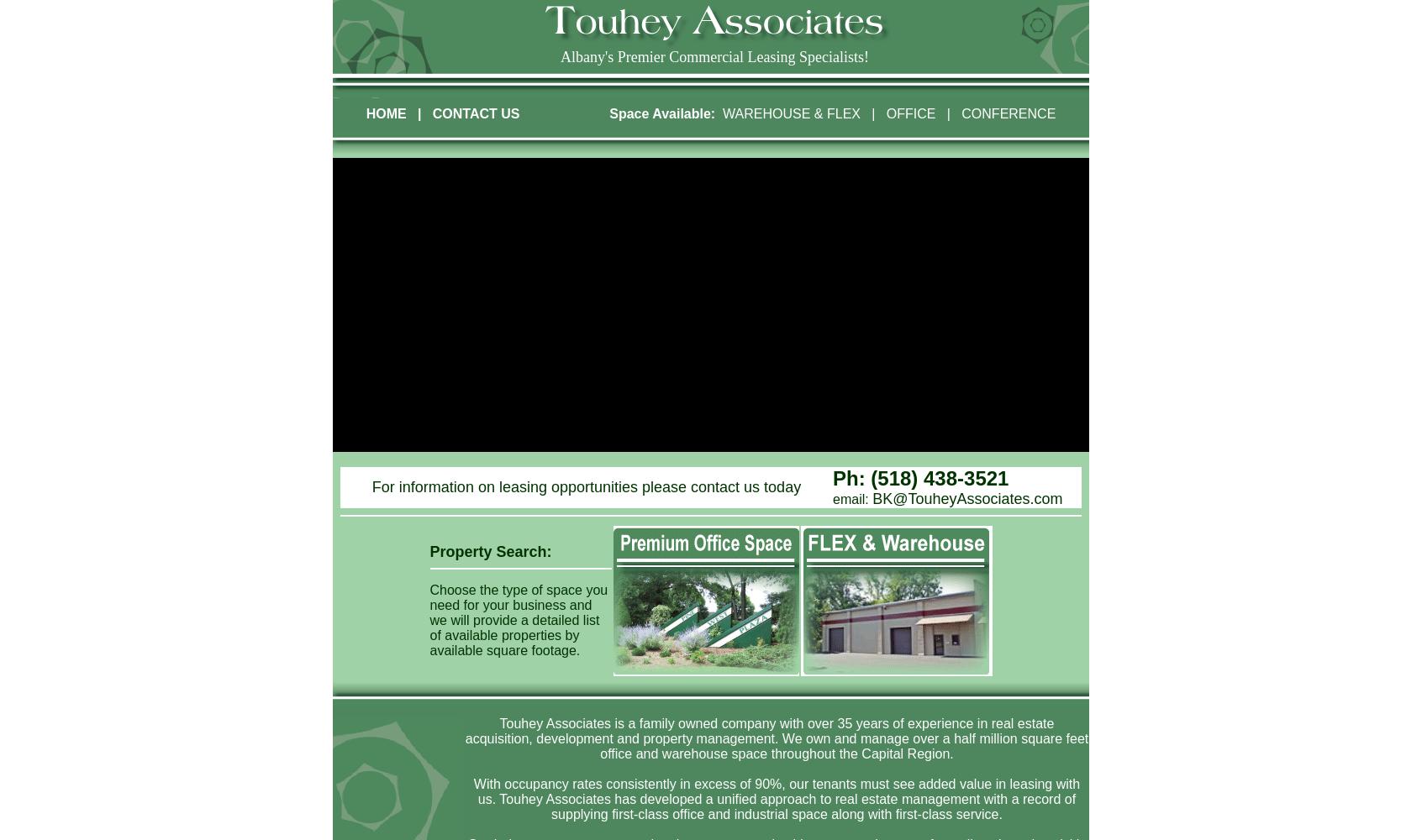 The width and height of the screenshot is (1422, 840). I want to click on 'Choose the 
							type of space you need for your business and we will 
							provide a detailed list of available properties by 
							available square footage.', so click(518, 619).